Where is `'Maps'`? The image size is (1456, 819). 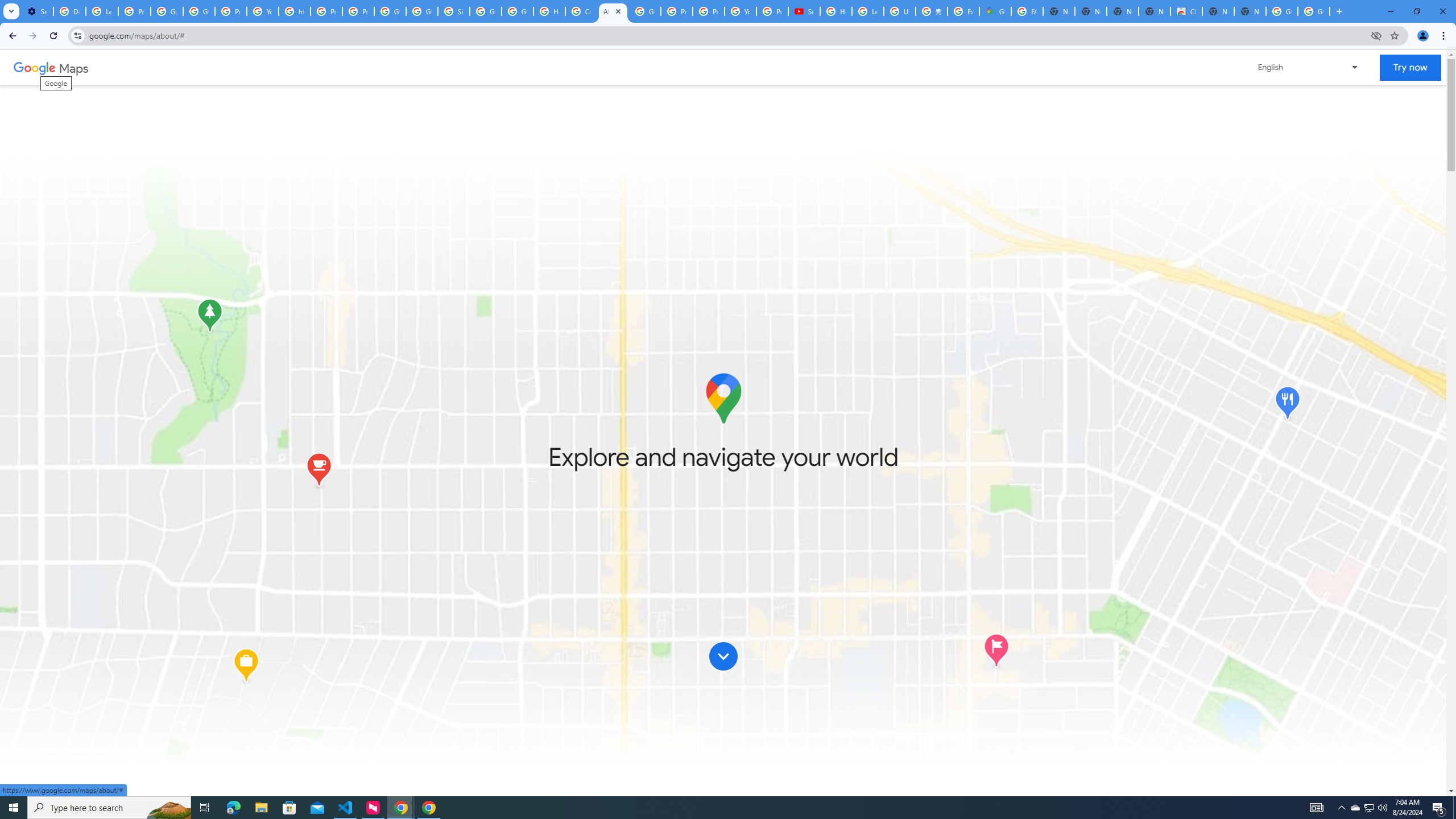 'Maps' is located at coordinates (74, 67).